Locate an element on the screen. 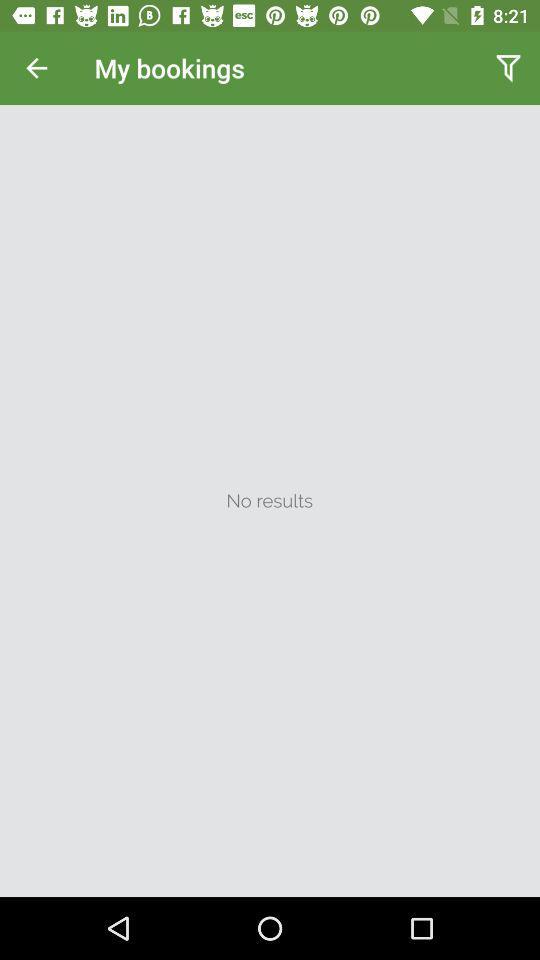 This screenshot has height=960, width=540. app next to my bookings item is located at coordinates (508, 68).